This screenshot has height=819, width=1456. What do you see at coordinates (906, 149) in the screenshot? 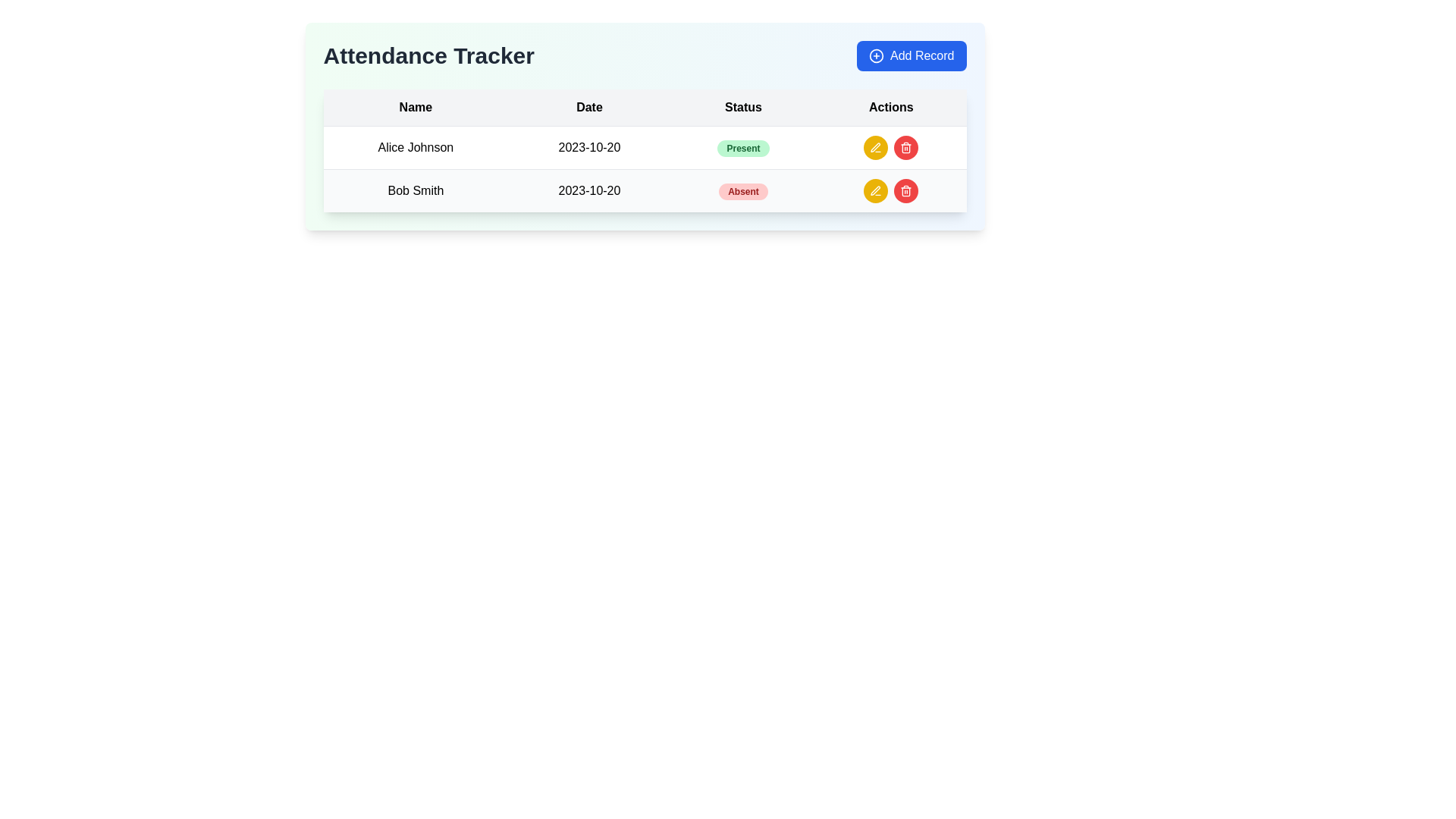
I see `the trash can icon located in the 'Actions' column of the second row, adjacent to the yellow pencil-edit icon` at bounding box center [906, 149].